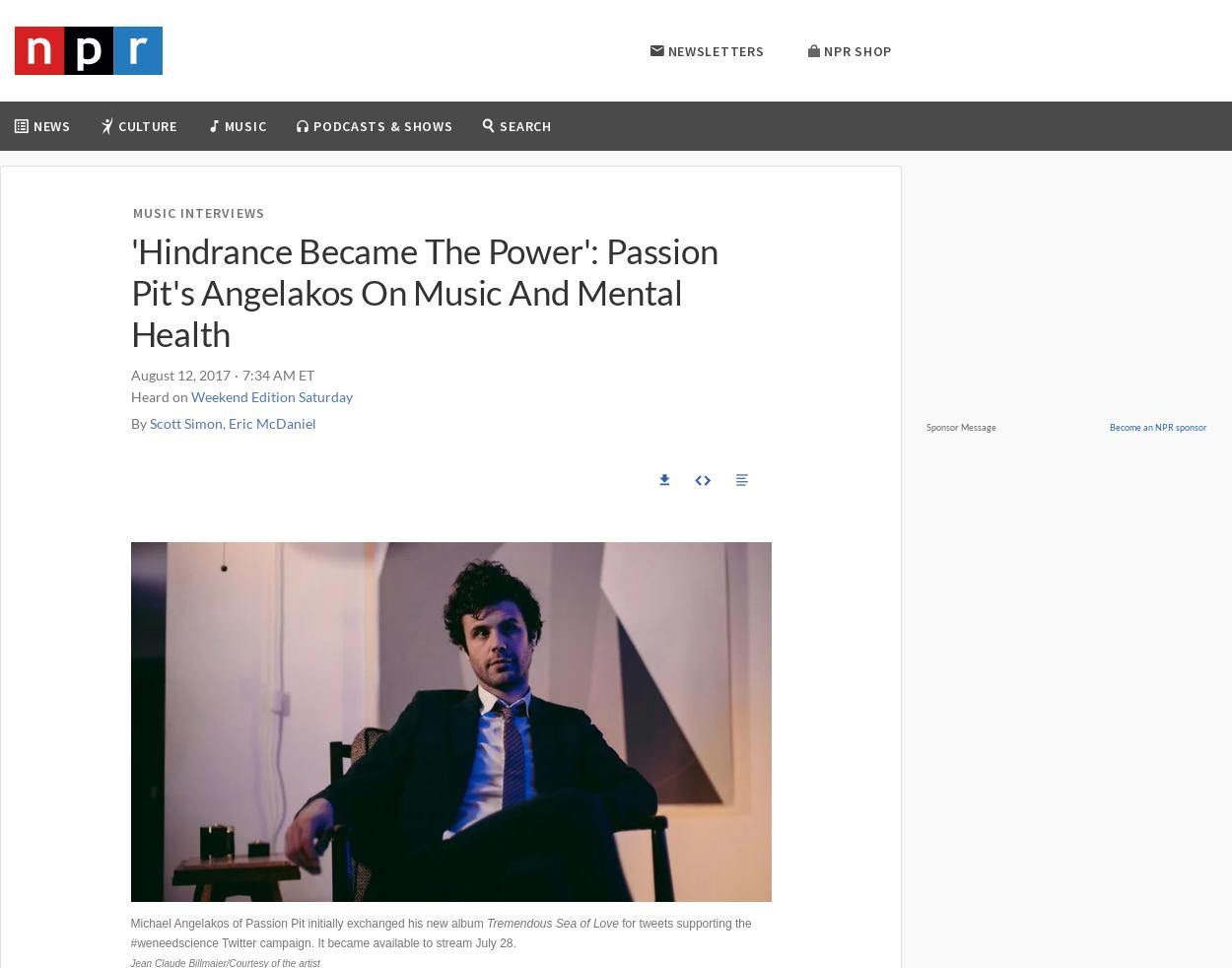 The image size is (1232, 968). Describe the element at coordinates (43, 322) in the screenshot. I see `'Climate'` at that location.